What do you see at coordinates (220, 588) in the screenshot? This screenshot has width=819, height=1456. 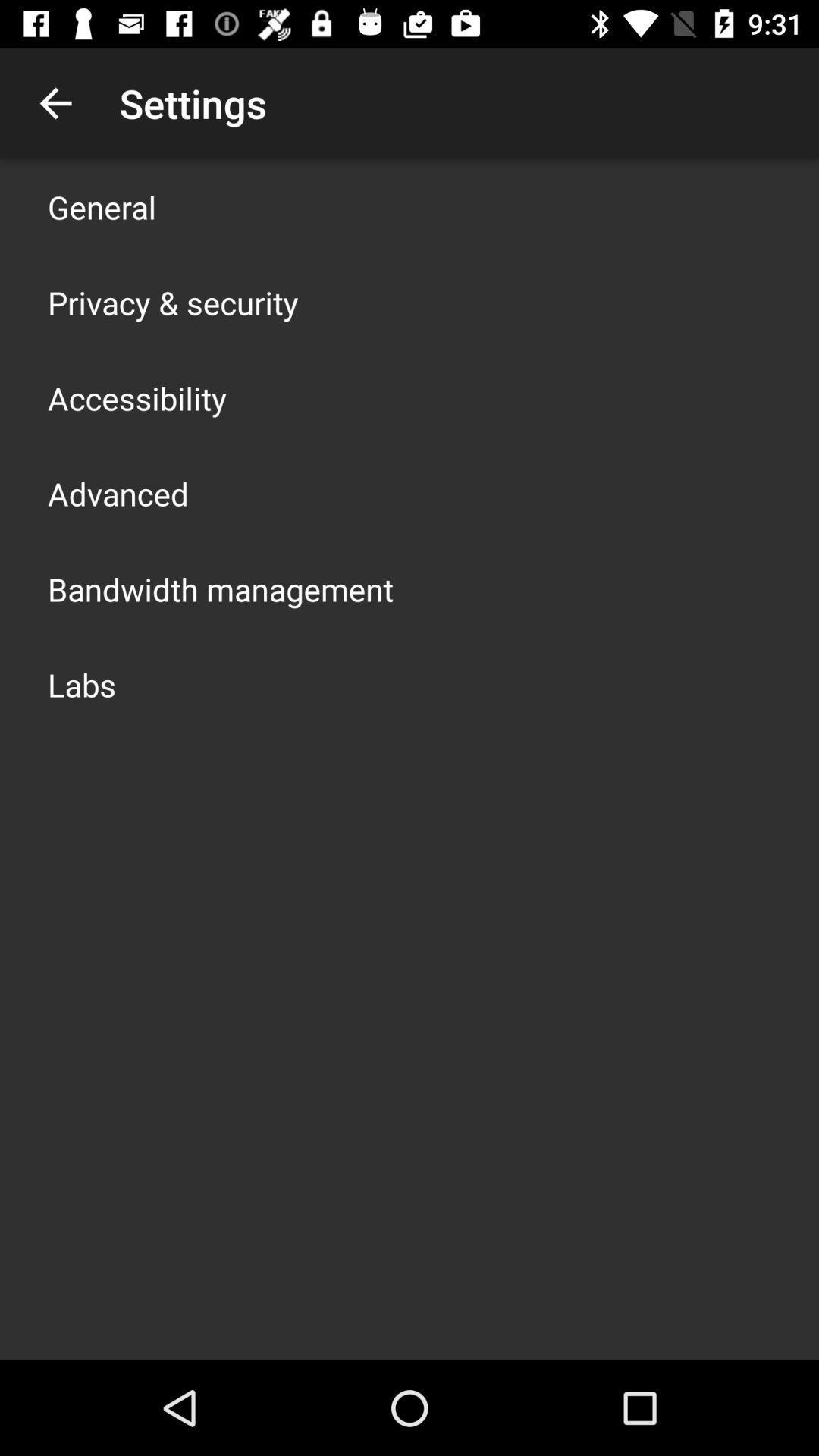 I see `icon below advanced icon` at bounding box center [220, 588].